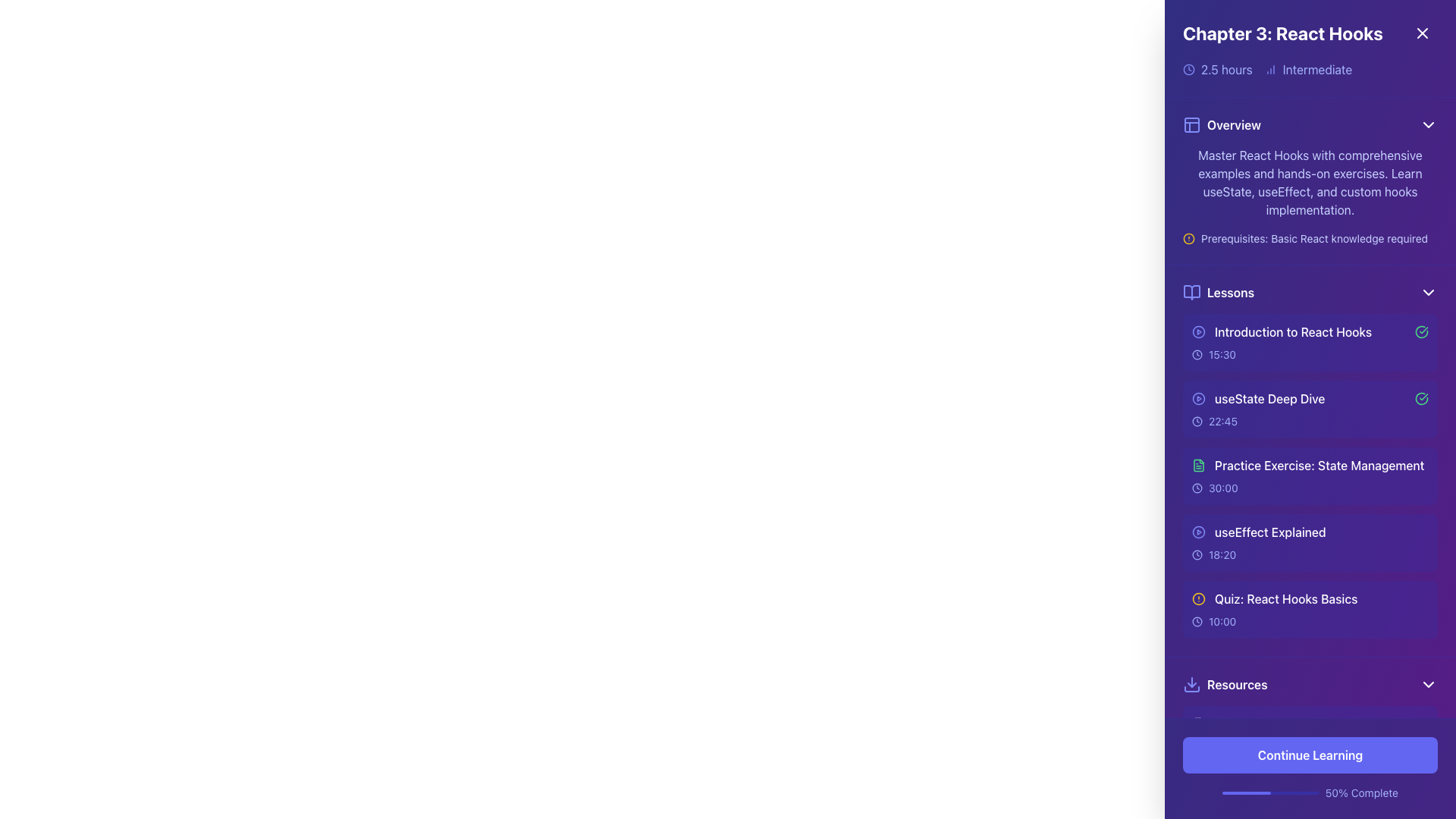 This screenshot has height=819, width=1456. What do you see at coordinates (1258, 397) in the screenshot?
I see `the text 'useState Deep Dive'` at bounding box center [1258, 397].